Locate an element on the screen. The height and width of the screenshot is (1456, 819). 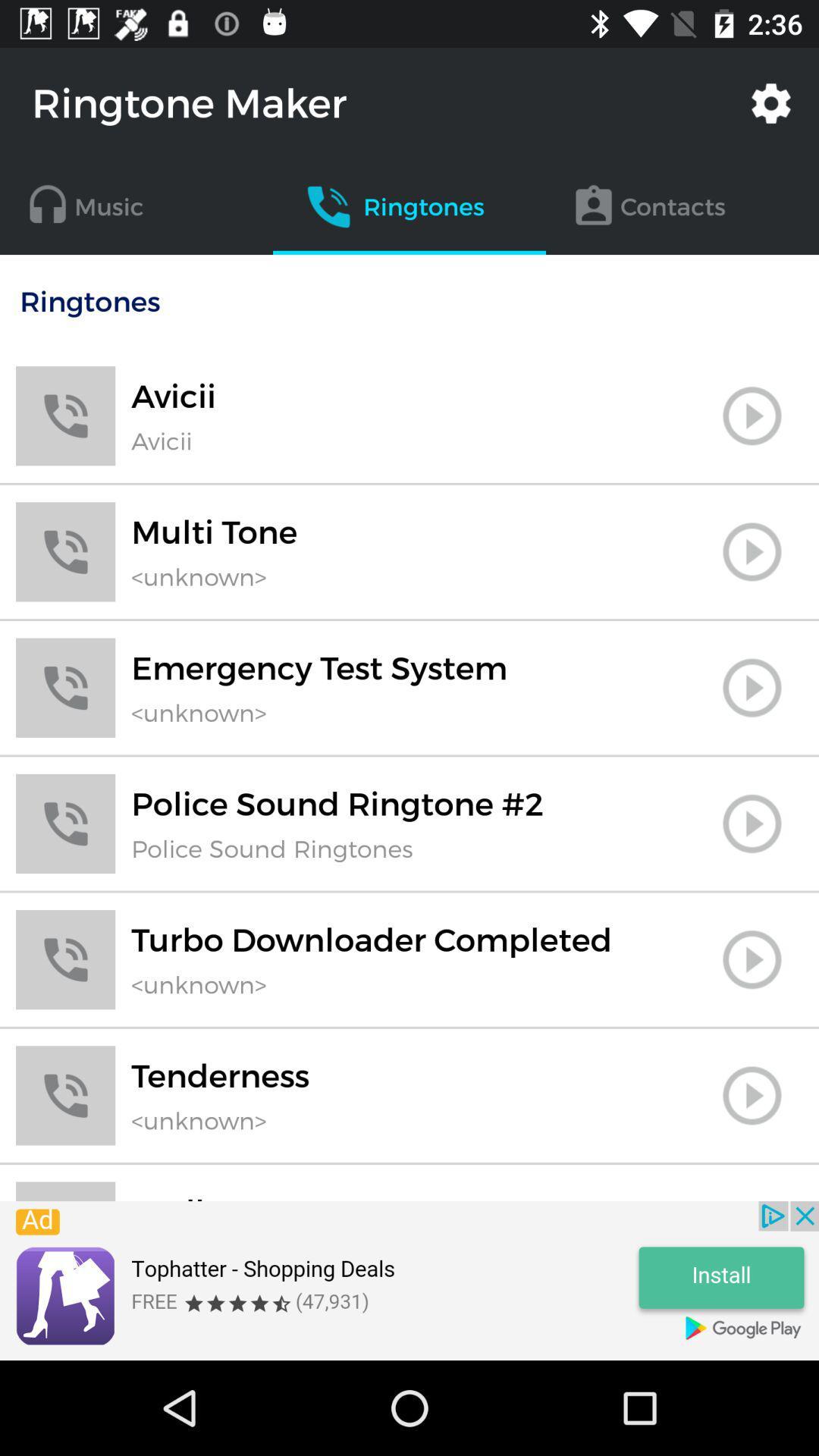
page is located at coordinates (752, 1095).